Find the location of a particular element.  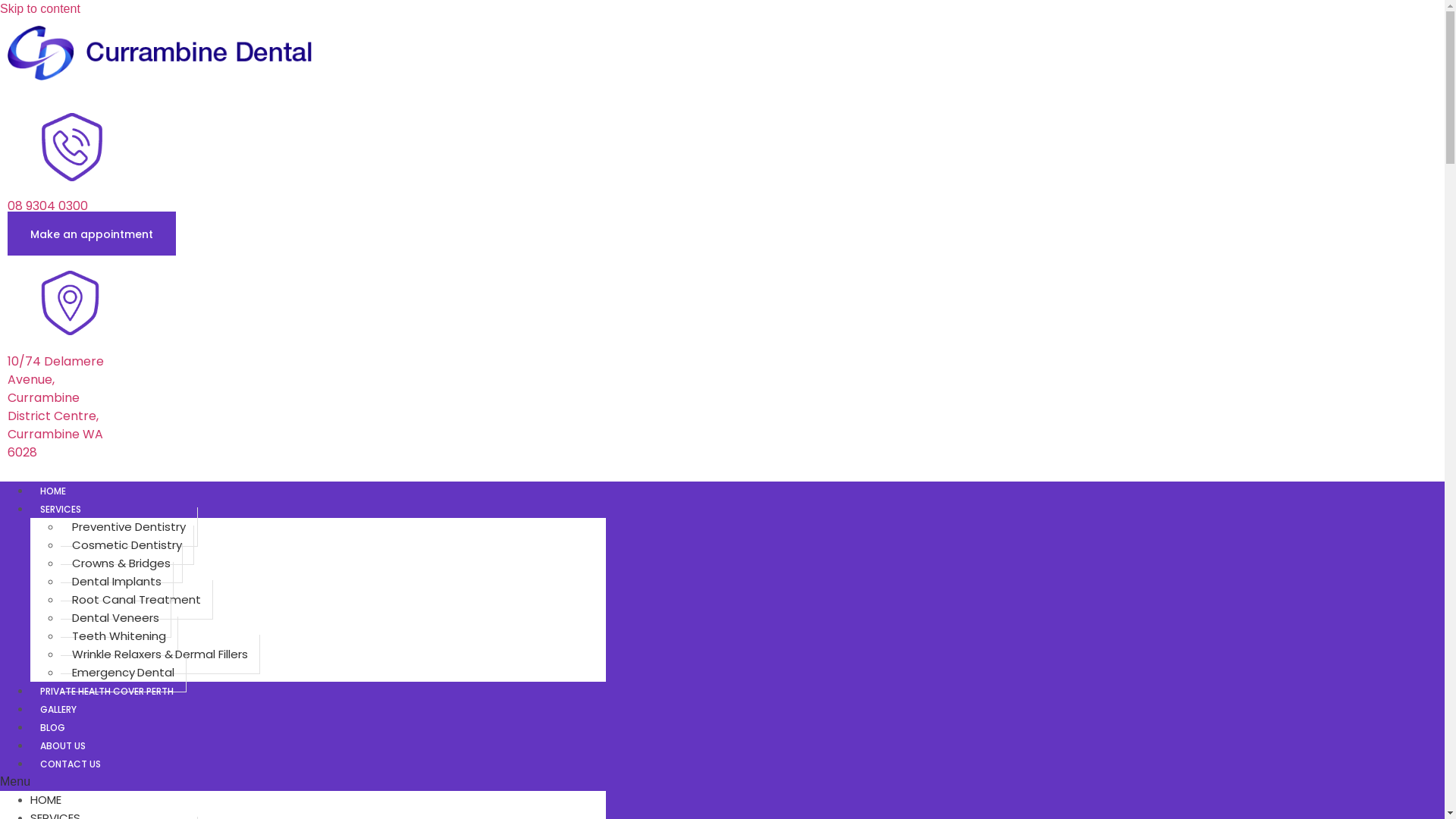

'HOME' is located at coordinates (45, 799).